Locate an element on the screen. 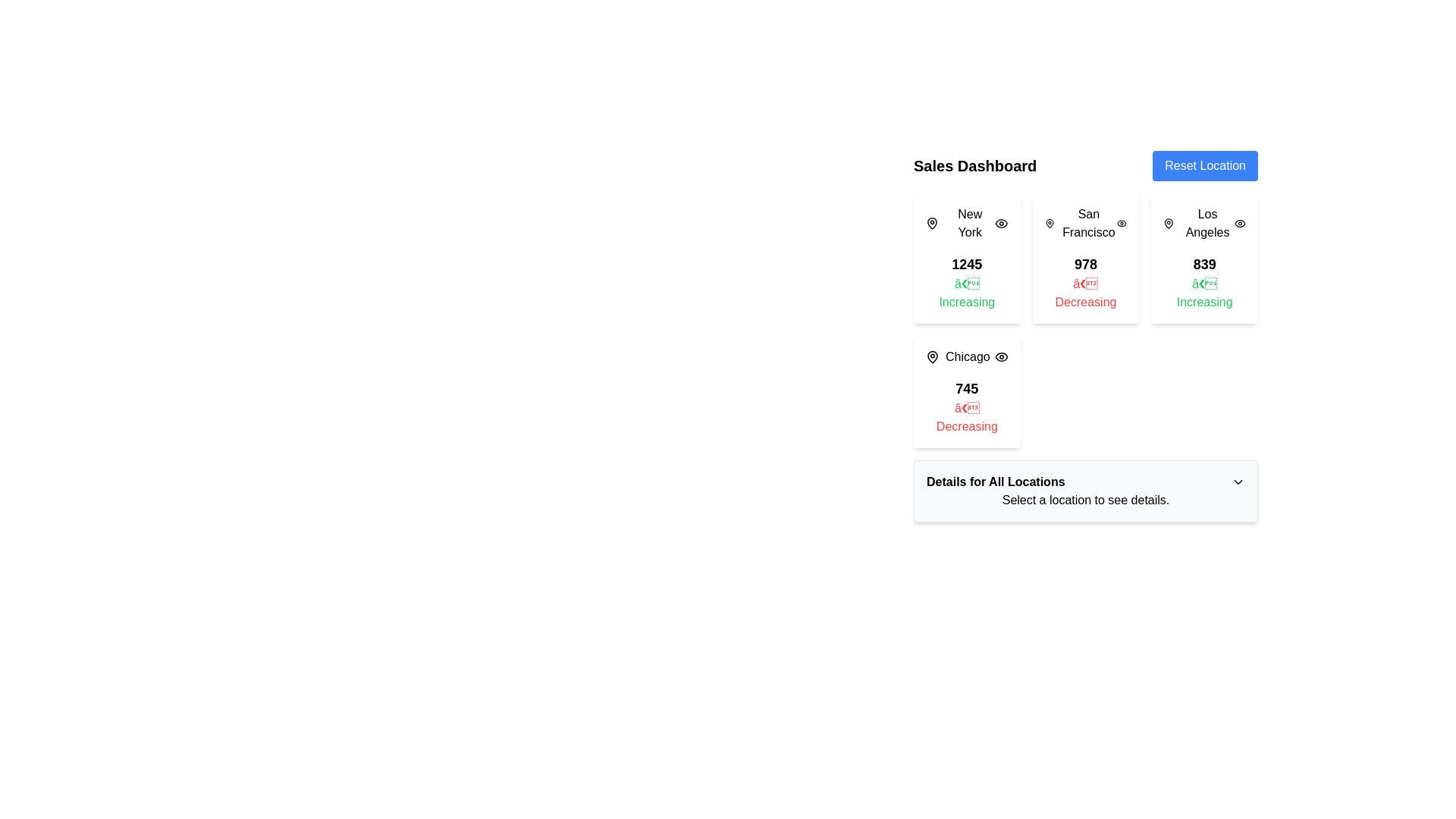  the visibility icon located to the right of the 'New York' card in the top-left area of the dashboard is located at coordinates (1001, 223).